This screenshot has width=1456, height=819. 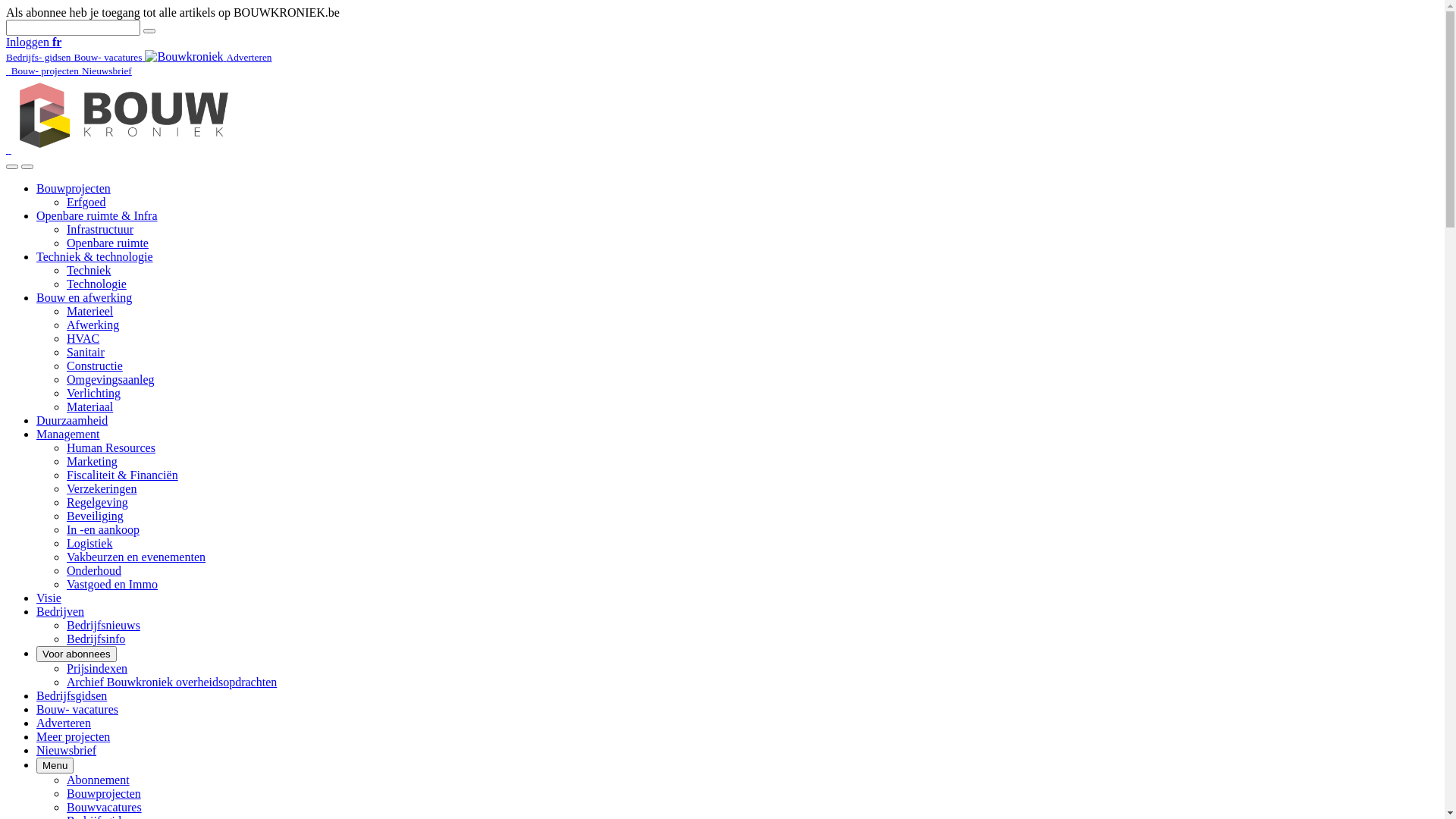 I want to click on 'Menu', so click(x=55, y=765).